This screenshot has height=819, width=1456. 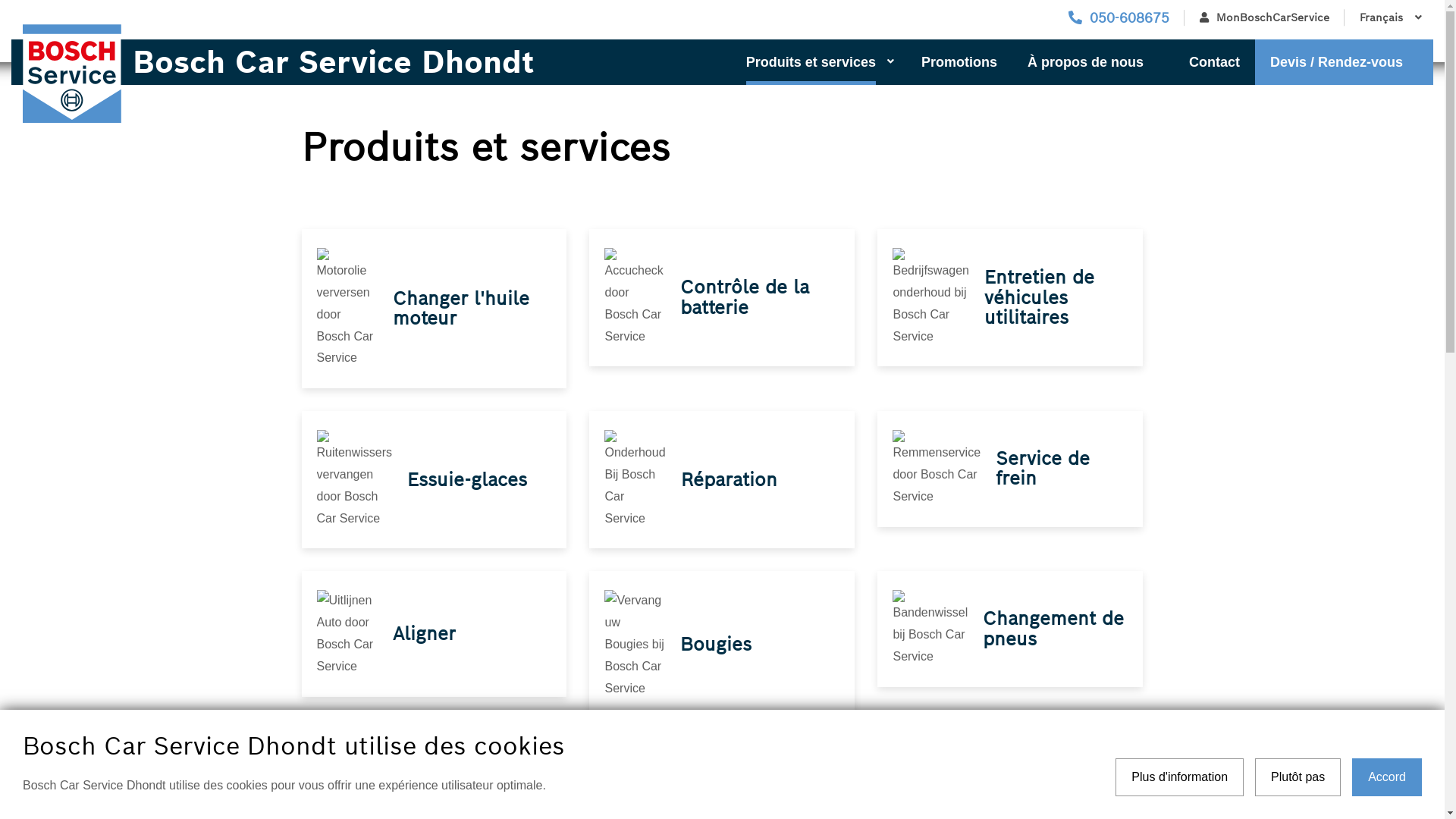 I want to click on 'MonBoschCarService', so click(x=1264, y=17).